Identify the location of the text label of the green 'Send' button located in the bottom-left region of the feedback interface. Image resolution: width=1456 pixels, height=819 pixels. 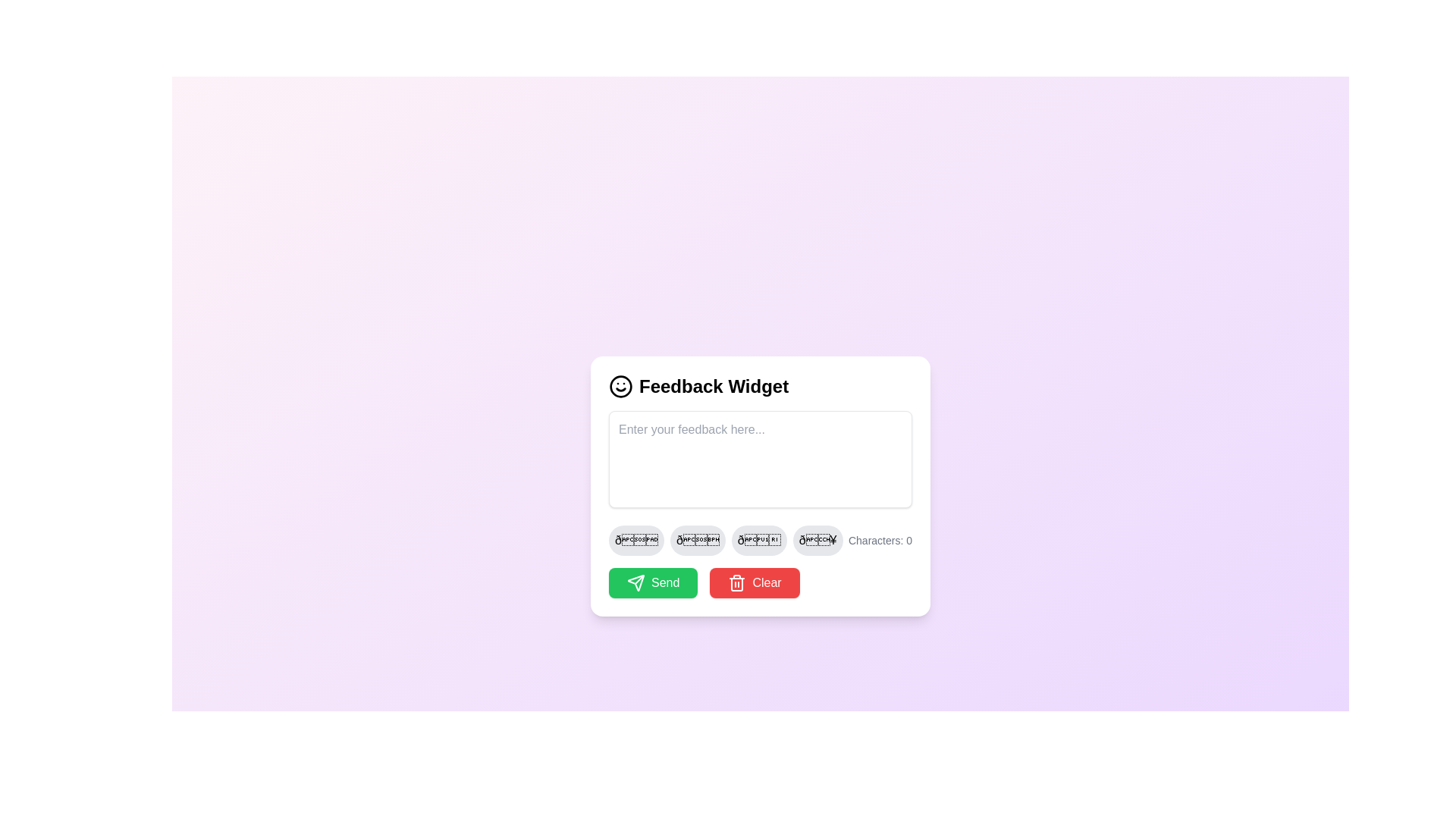
(665, 582).